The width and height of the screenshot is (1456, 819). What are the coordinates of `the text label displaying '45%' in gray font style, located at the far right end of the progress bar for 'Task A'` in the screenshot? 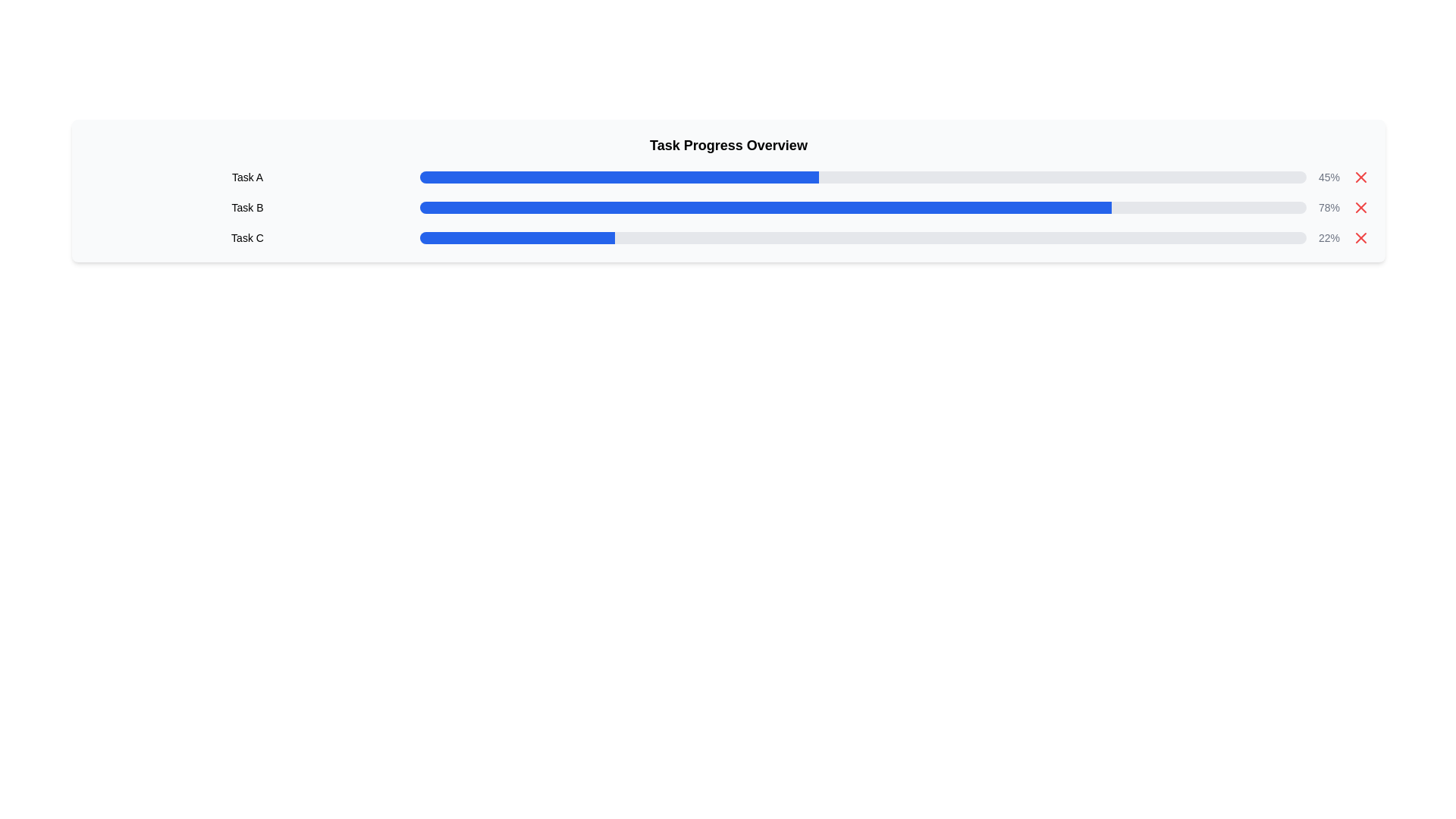 It's located at (1328, 177).